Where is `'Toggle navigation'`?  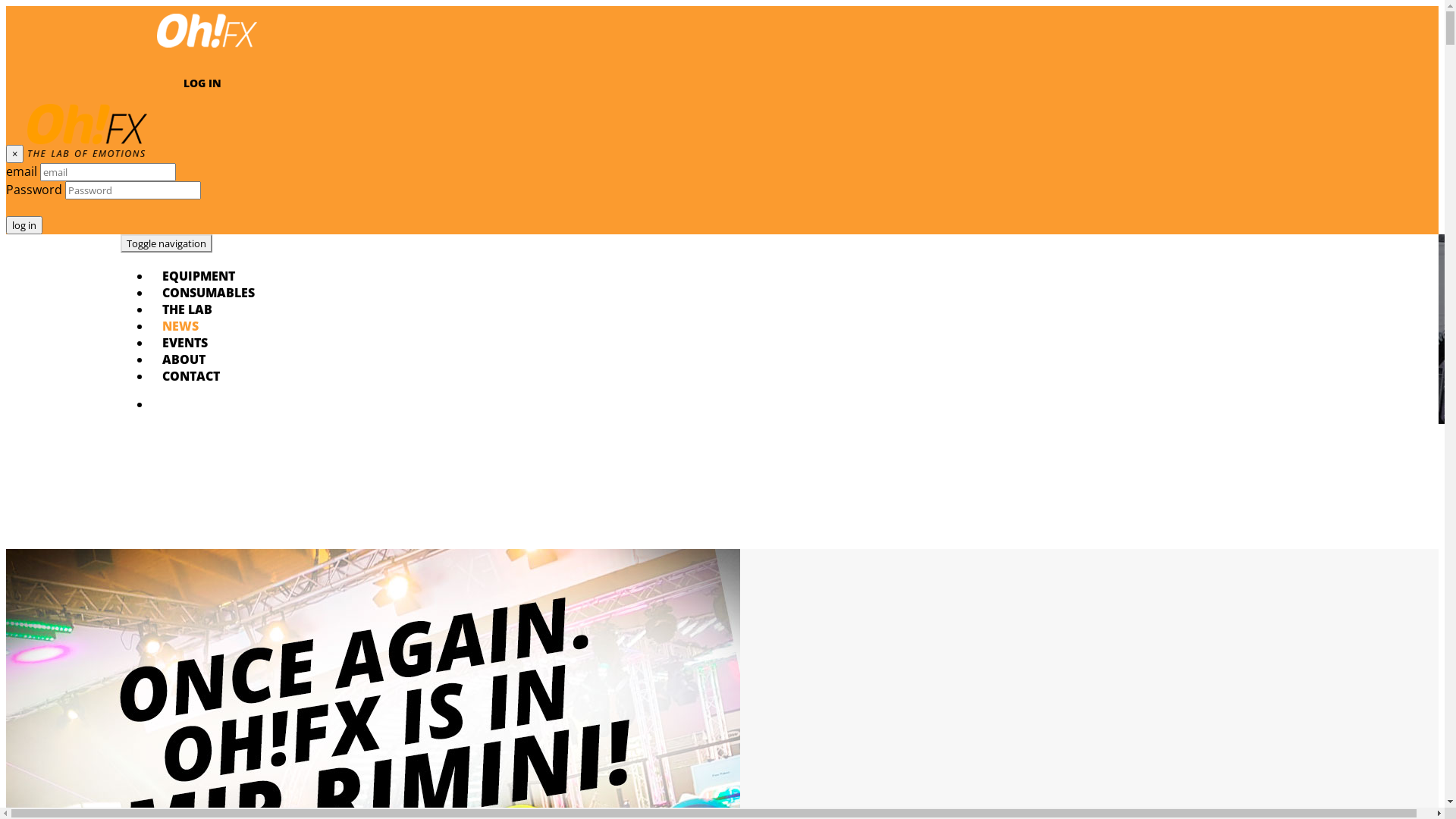
'Toggle navigation' is located at coordinates (166, 242).